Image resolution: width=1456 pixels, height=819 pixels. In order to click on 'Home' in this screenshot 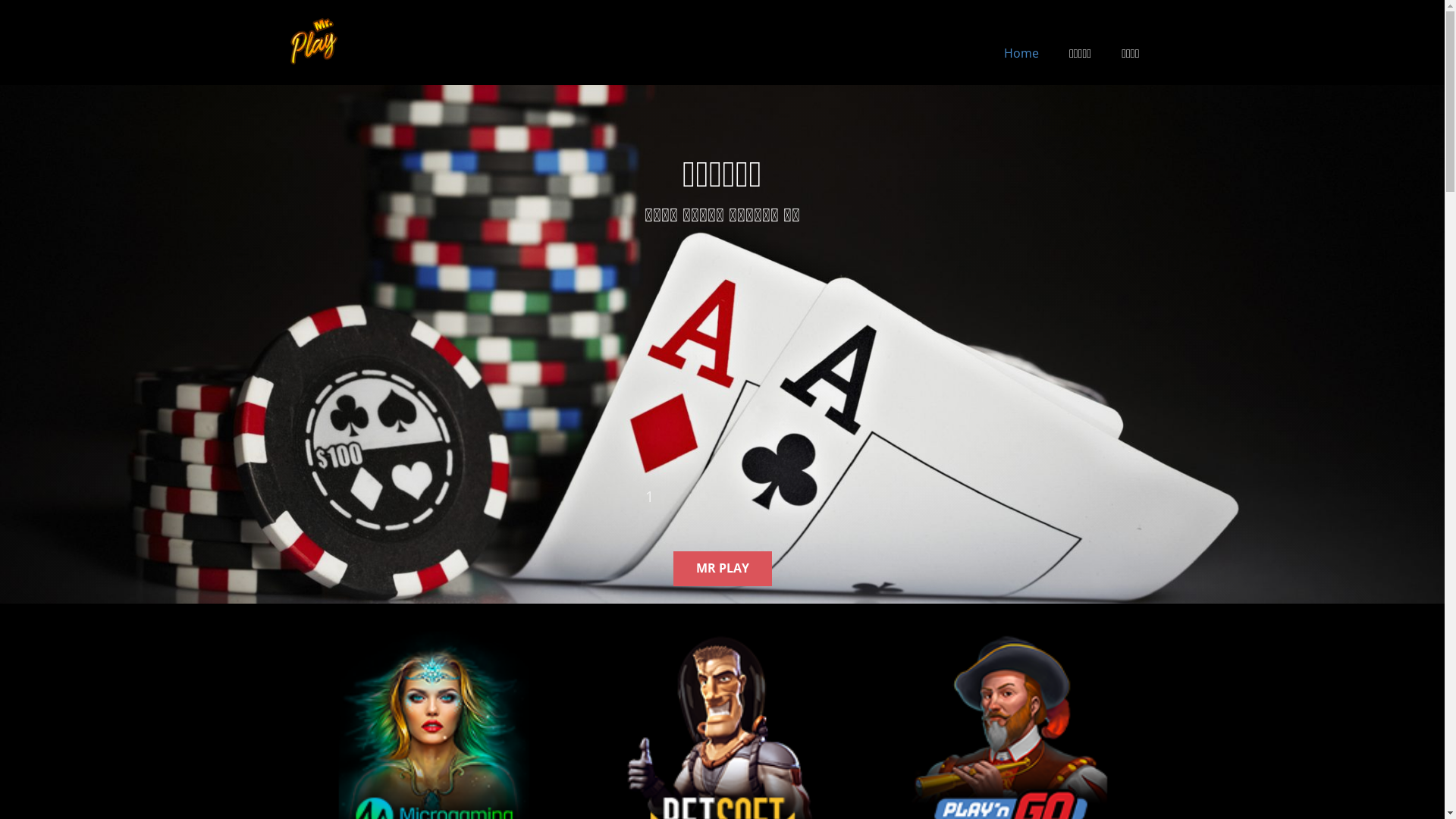, I will do `click(1021, 52)`.